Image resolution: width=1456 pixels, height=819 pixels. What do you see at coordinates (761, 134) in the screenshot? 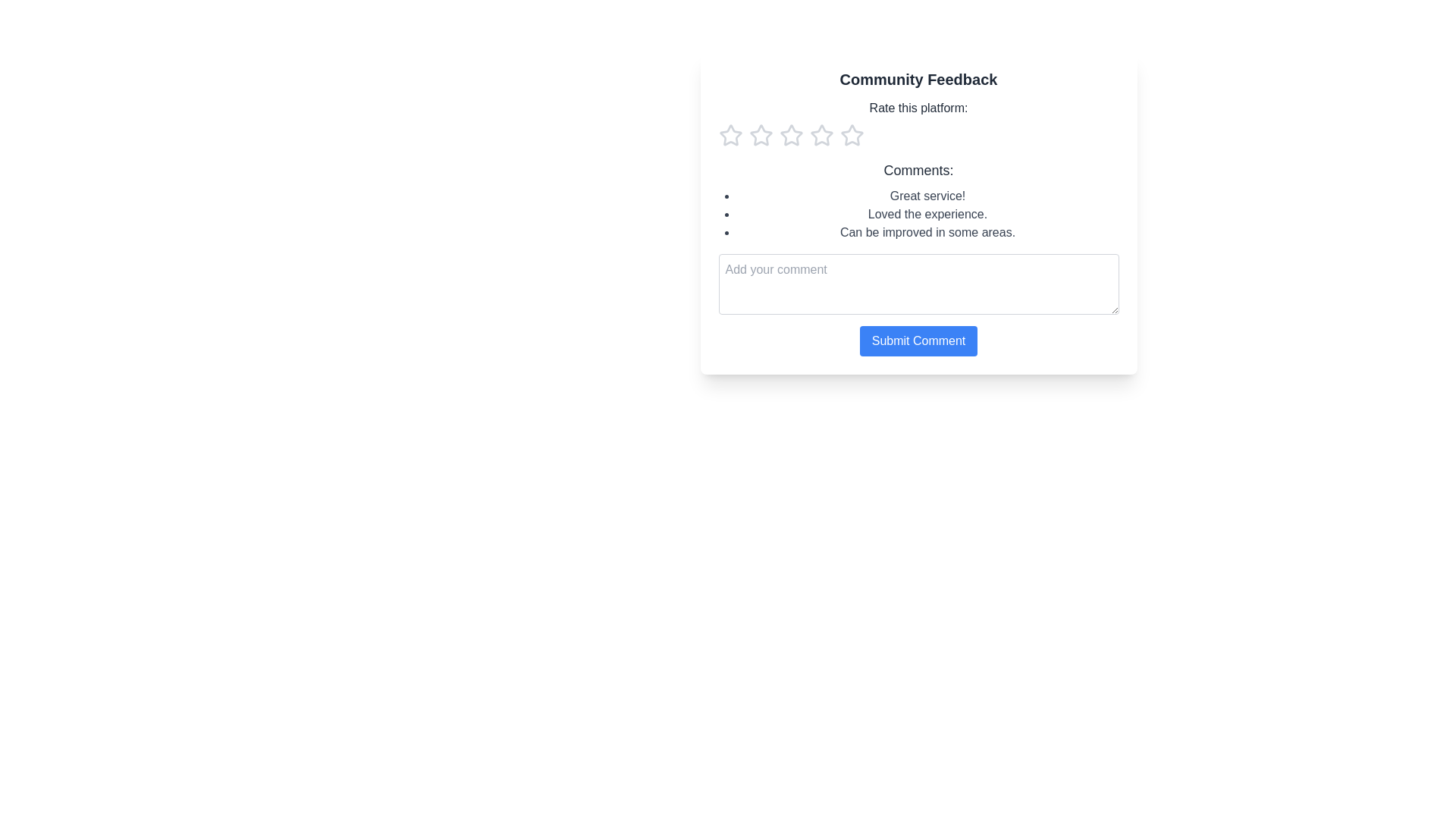
I see `the second star icon in the 5-star rating system located near the top of the community feedback card, directly below the prompt 'Rate this platform:'` at bounding box center [761, 134].